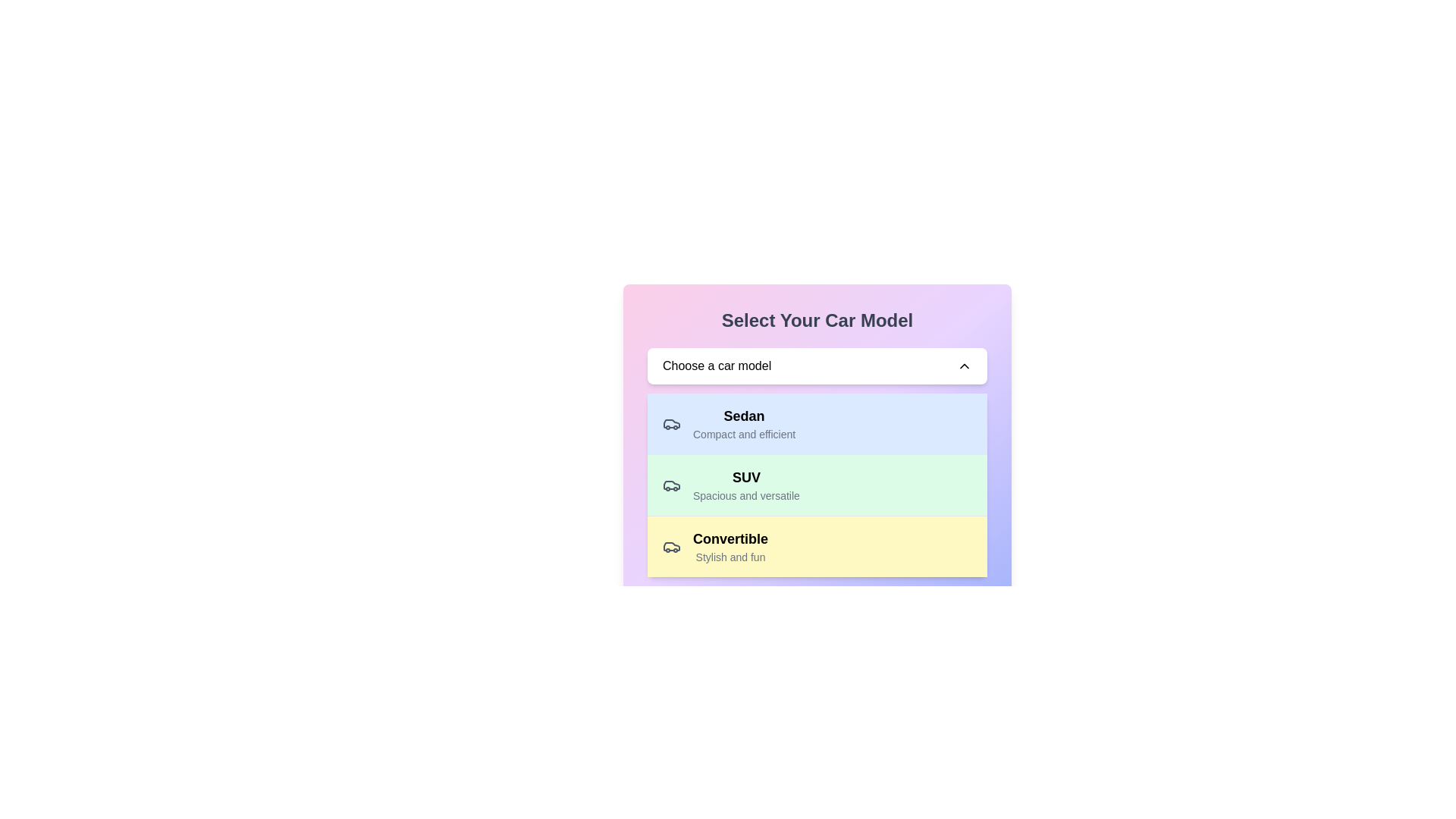 Image resolution: width=1456 pixels, height=819 pixels. I want to click on the center of the text element labeled 'Convertible' with the subtitle 'Stylish and fun', located at the bottom of the list of car models, so click(714, 547).